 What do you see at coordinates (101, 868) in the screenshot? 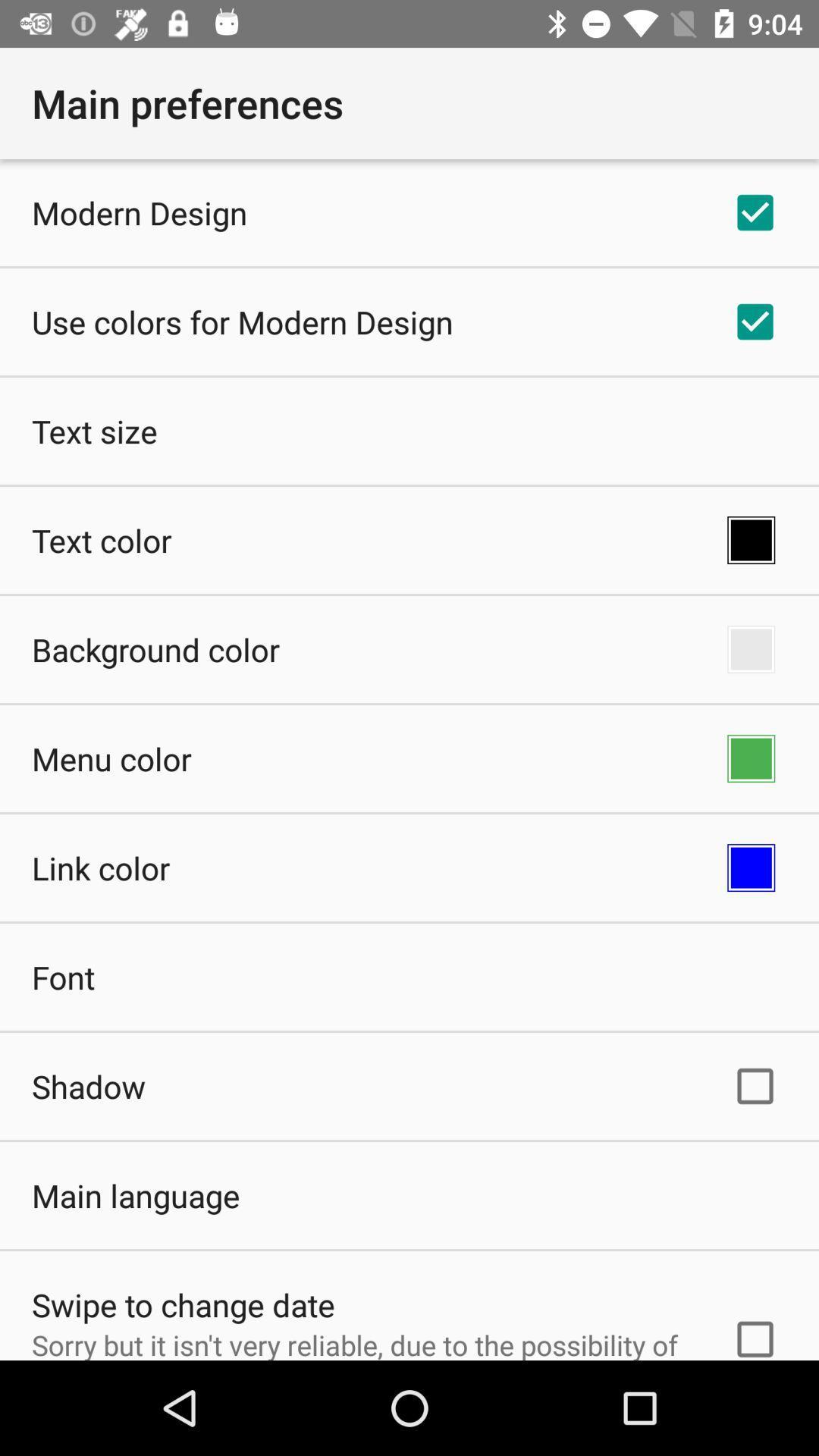
I see `item above the font icon` at bounding box center [101, 868].